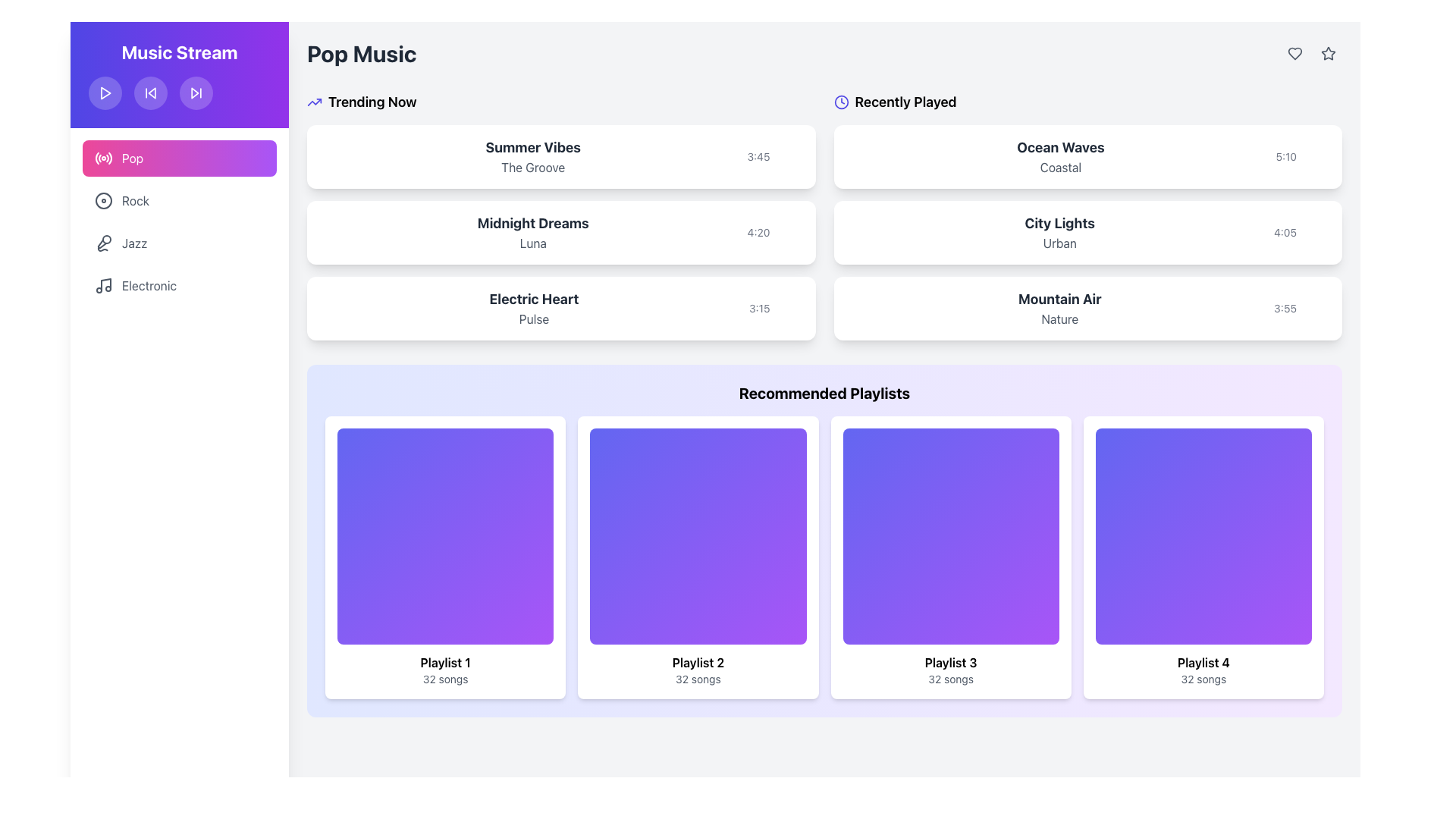 Image resolution: width=1456 pixels, height=819 pixels. I want to click on the play button in the third row of the 'Trending Now' section to play the song 'Electric Heart', so click(790, 308).